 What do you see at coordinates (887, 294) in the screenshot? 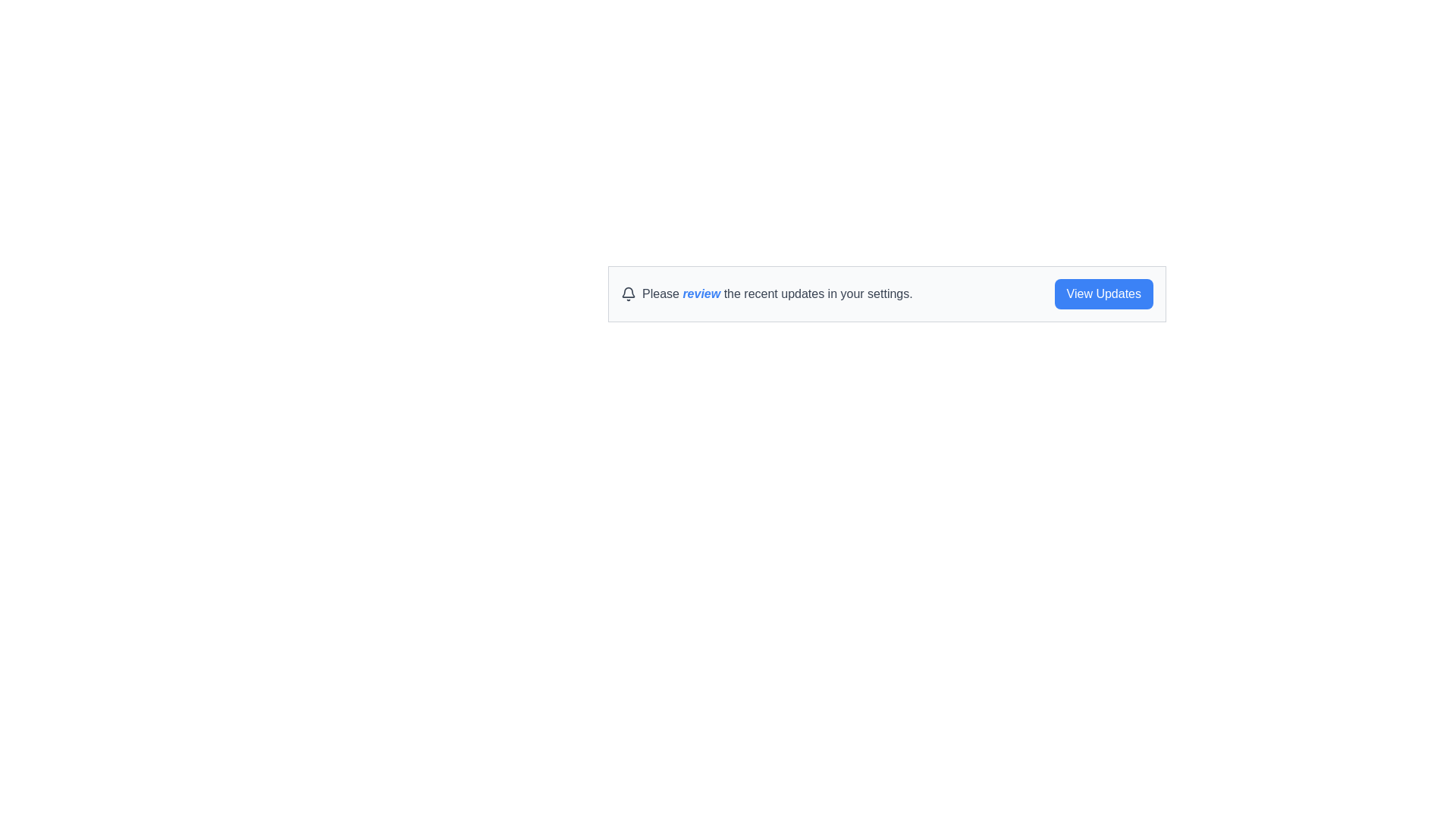
I see `the informational notification that contains the message 'Please review the recent updates in your settings.' and a blue button labeled 'View Updates'` at bounding box center [887, 294].